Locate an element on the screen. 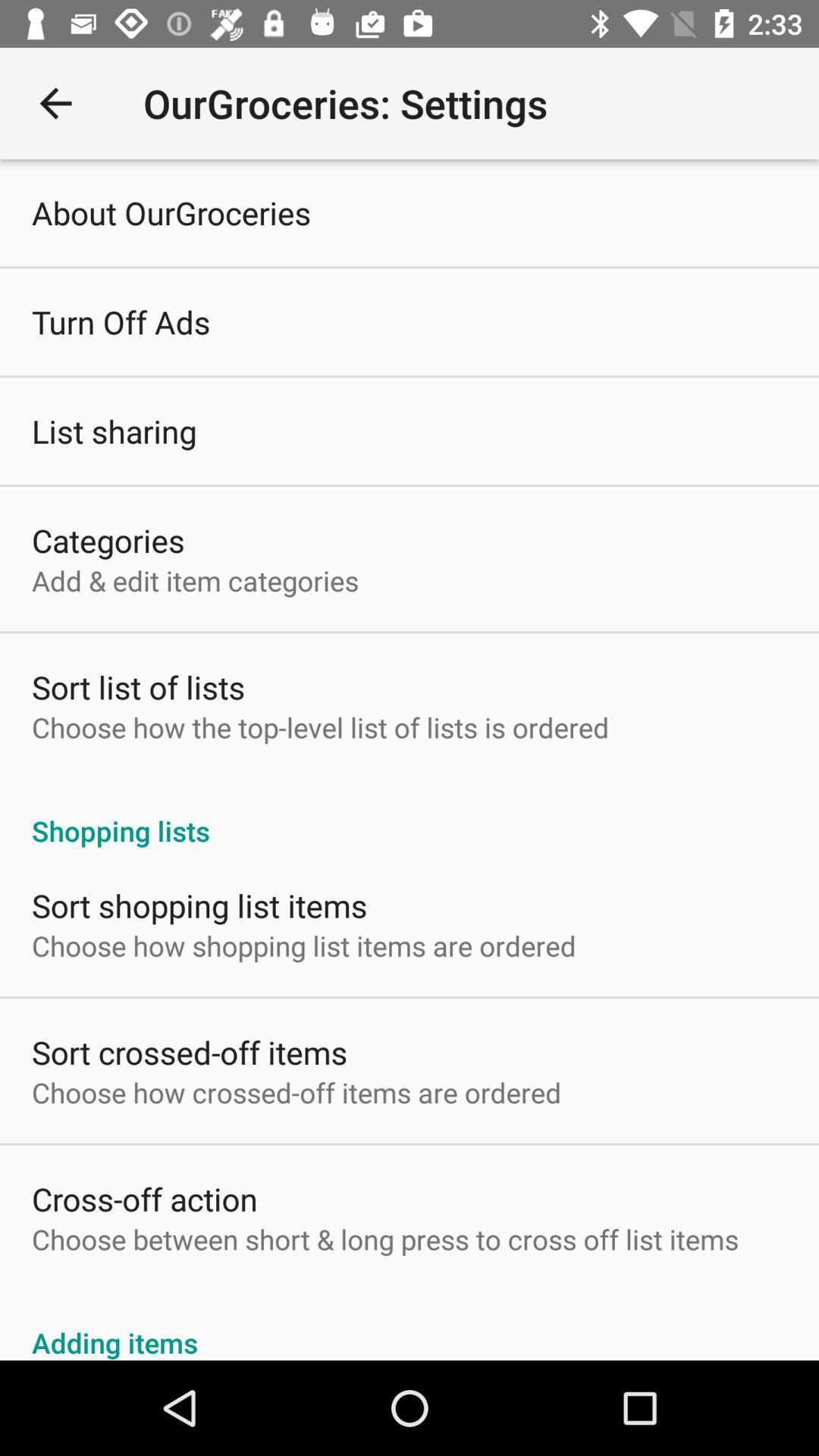 The width and height of the screenshot is (819, 1456). the icon above turn off ads icon is located at coordinates (171, 212).